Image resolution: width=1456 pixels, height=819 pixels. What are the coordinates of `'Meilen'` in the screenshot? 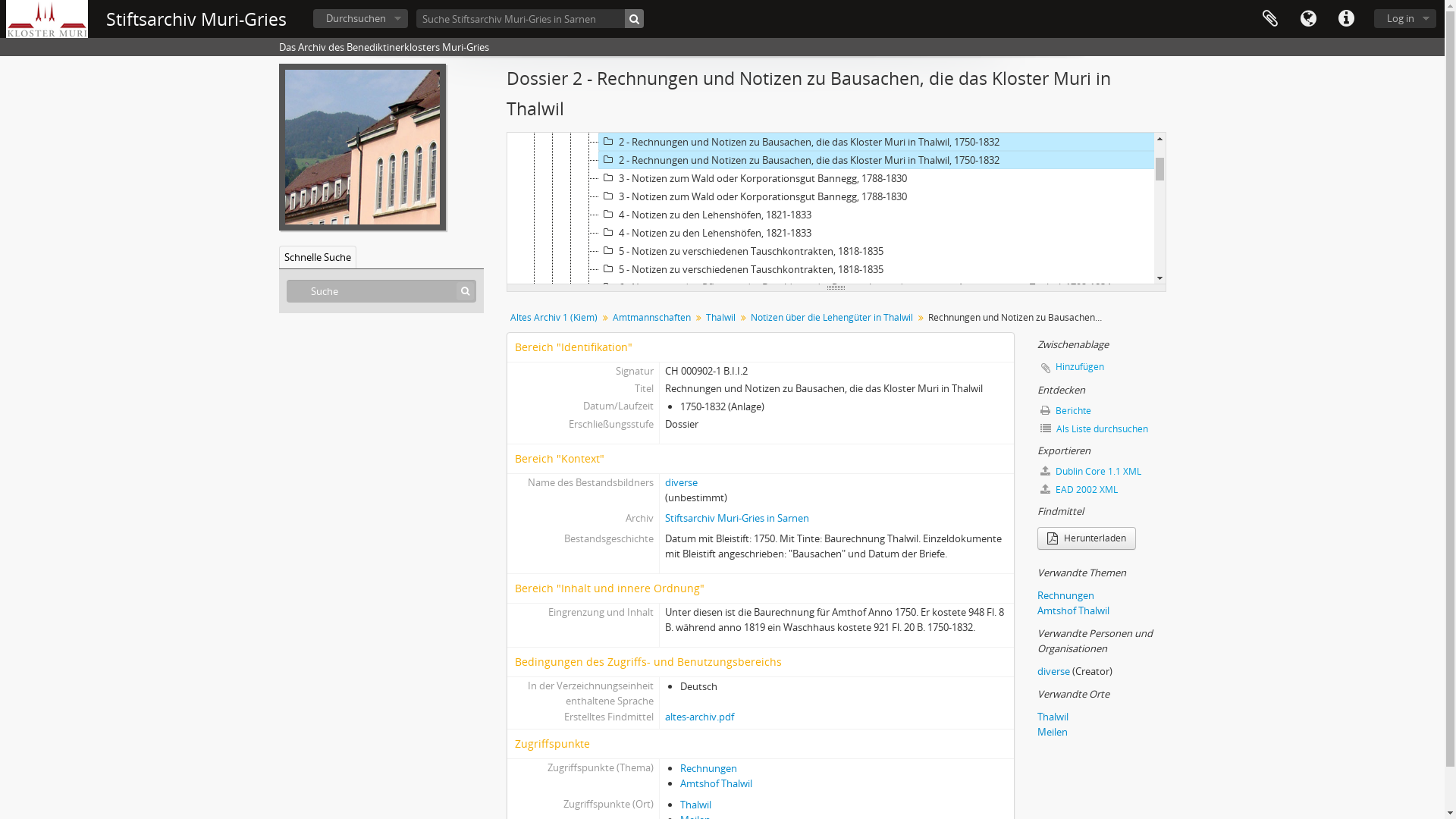 It's located at (1051, 730).